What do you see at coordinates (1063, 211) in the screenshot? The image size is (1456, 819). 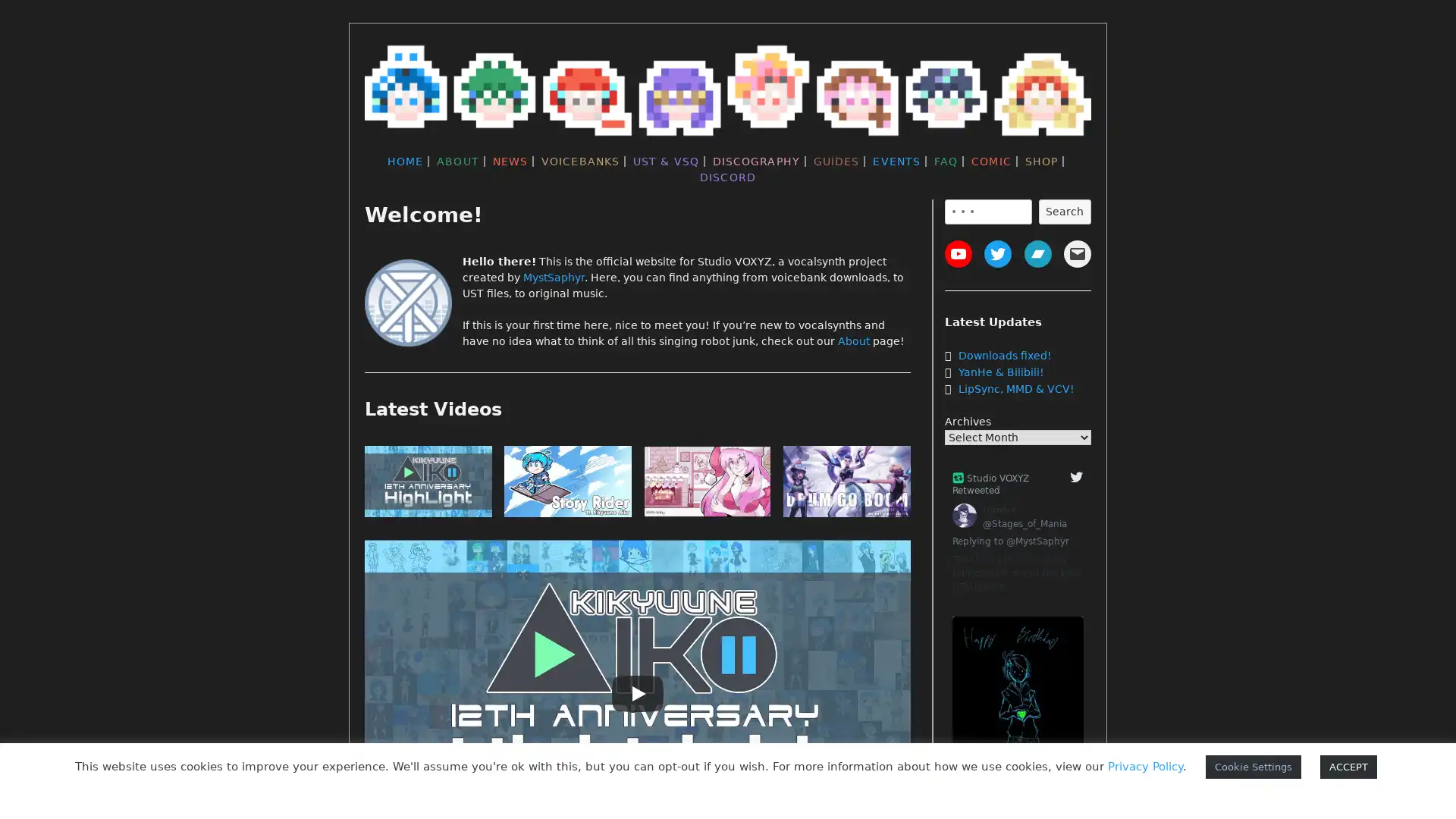 I see `Search` at bounding box center [1063, 211].